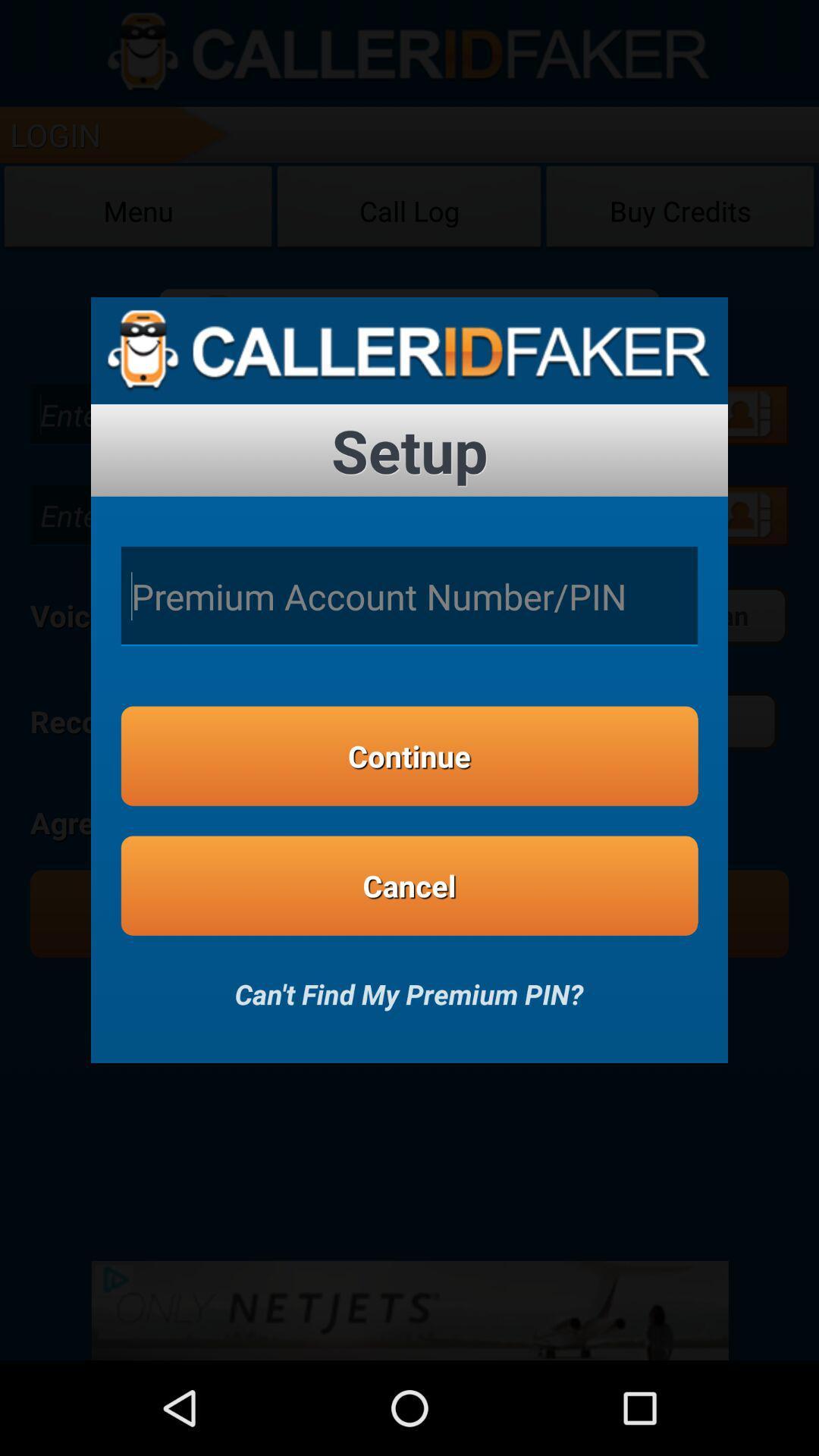 The height and width of the screenshot is (1456, 819). Describe the element at coordinates (409, 886) in the screenshot. I see `cancel button` at that location.